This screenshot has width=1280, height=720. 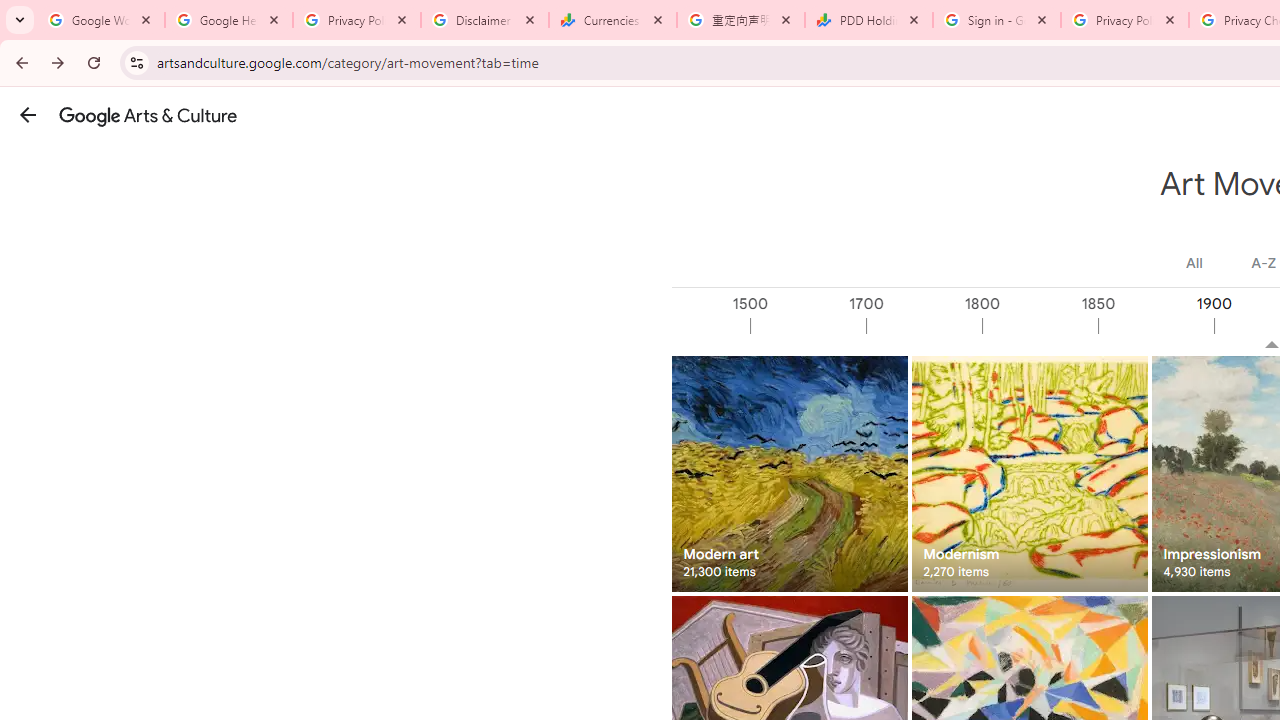 What do you see at coordinates (100, 20) in the screenshot?
I see `'Google Workspace Admin Community'` at bounding box center [100, 20].